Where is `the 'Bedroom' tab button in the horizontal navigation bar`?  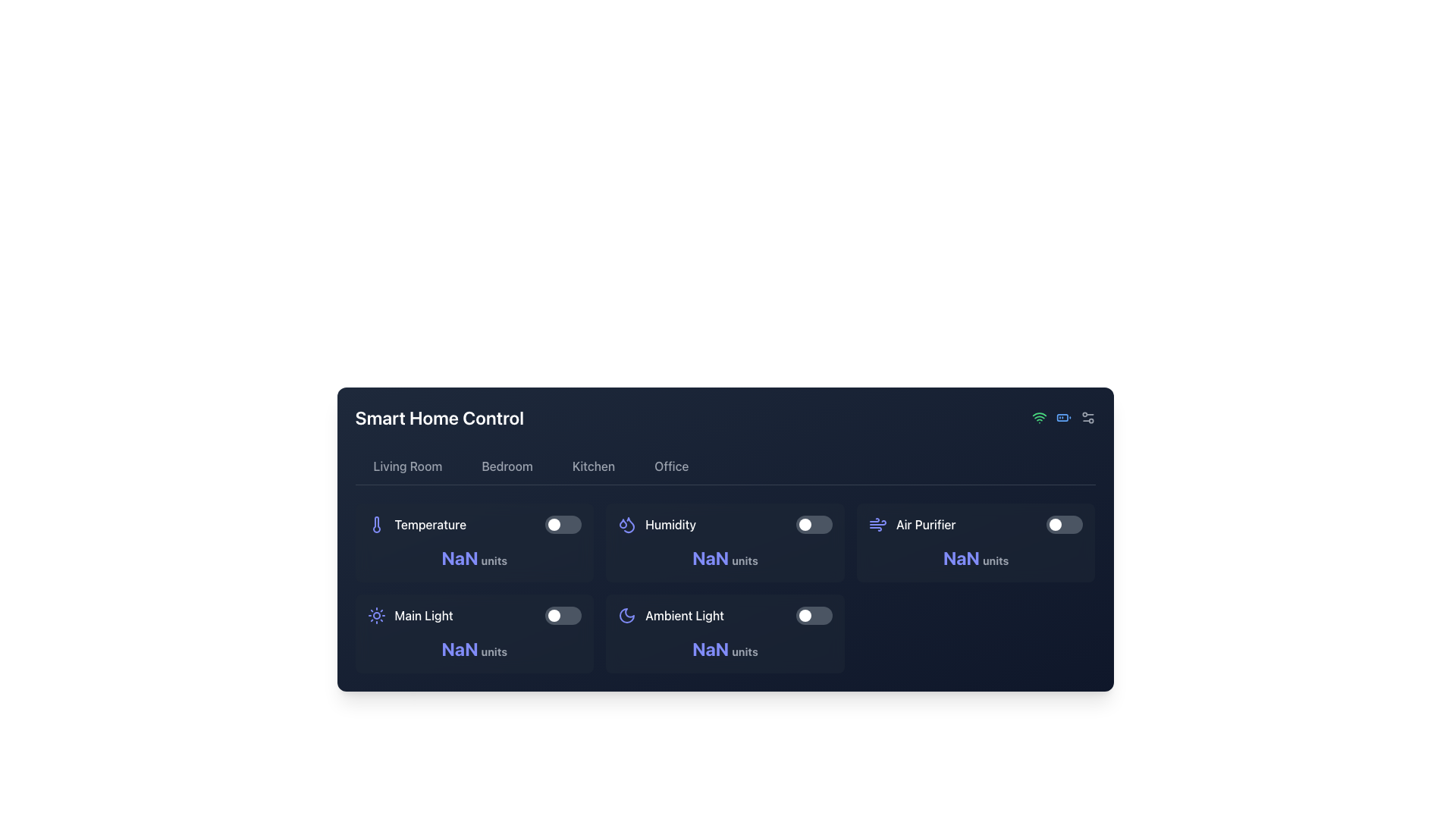 the 'Bedroom' tab button in the horizontal navigation bar is located at coordinates (507, 465).